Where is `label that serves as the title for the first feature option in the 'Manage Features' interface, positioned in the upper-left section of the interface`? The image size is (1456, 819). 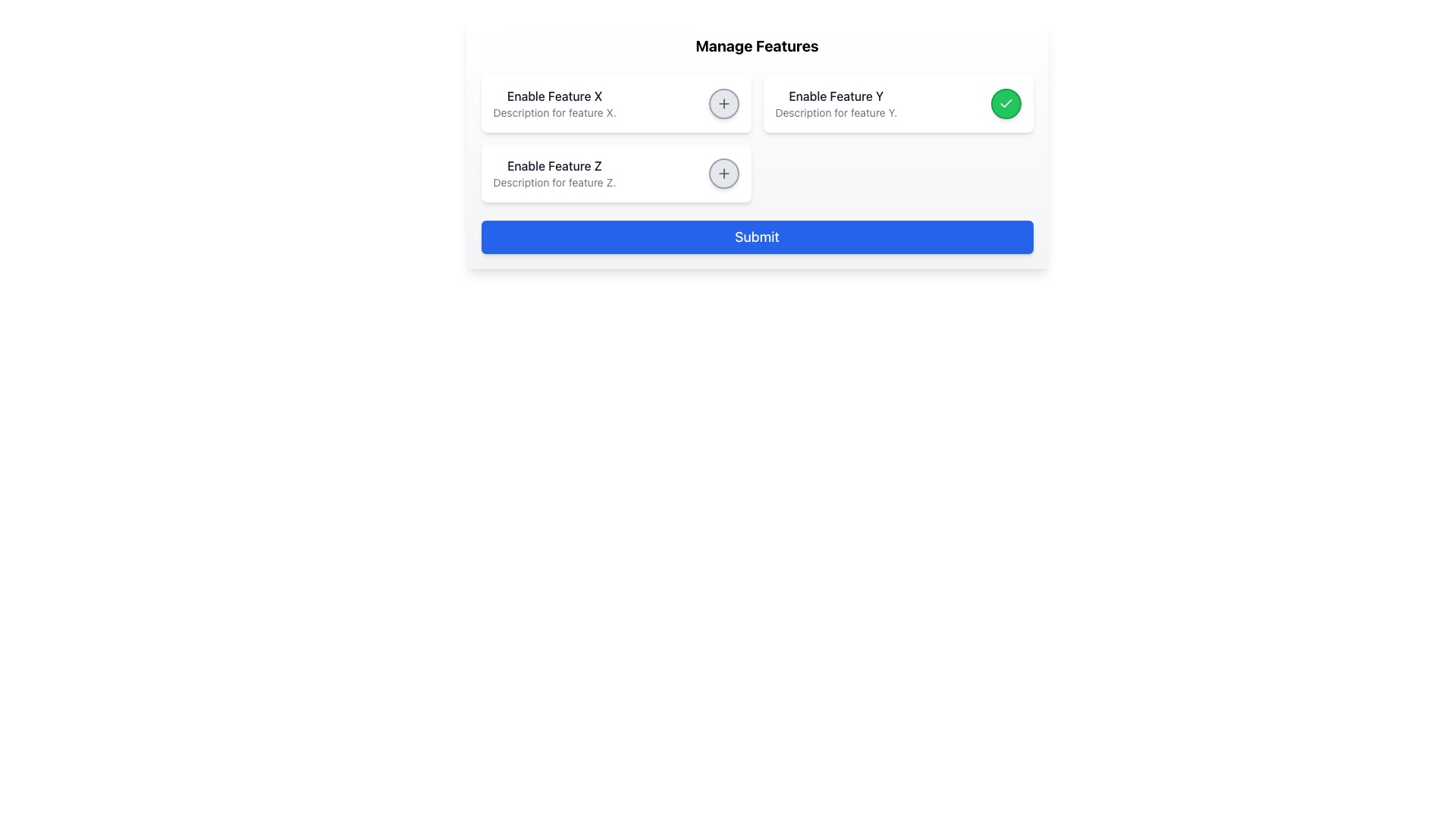 label that serves as the title for the first feature option in the 'Manage Features' interface, positioned in the upper-left section of the interface is located at coordinates (554, 96).